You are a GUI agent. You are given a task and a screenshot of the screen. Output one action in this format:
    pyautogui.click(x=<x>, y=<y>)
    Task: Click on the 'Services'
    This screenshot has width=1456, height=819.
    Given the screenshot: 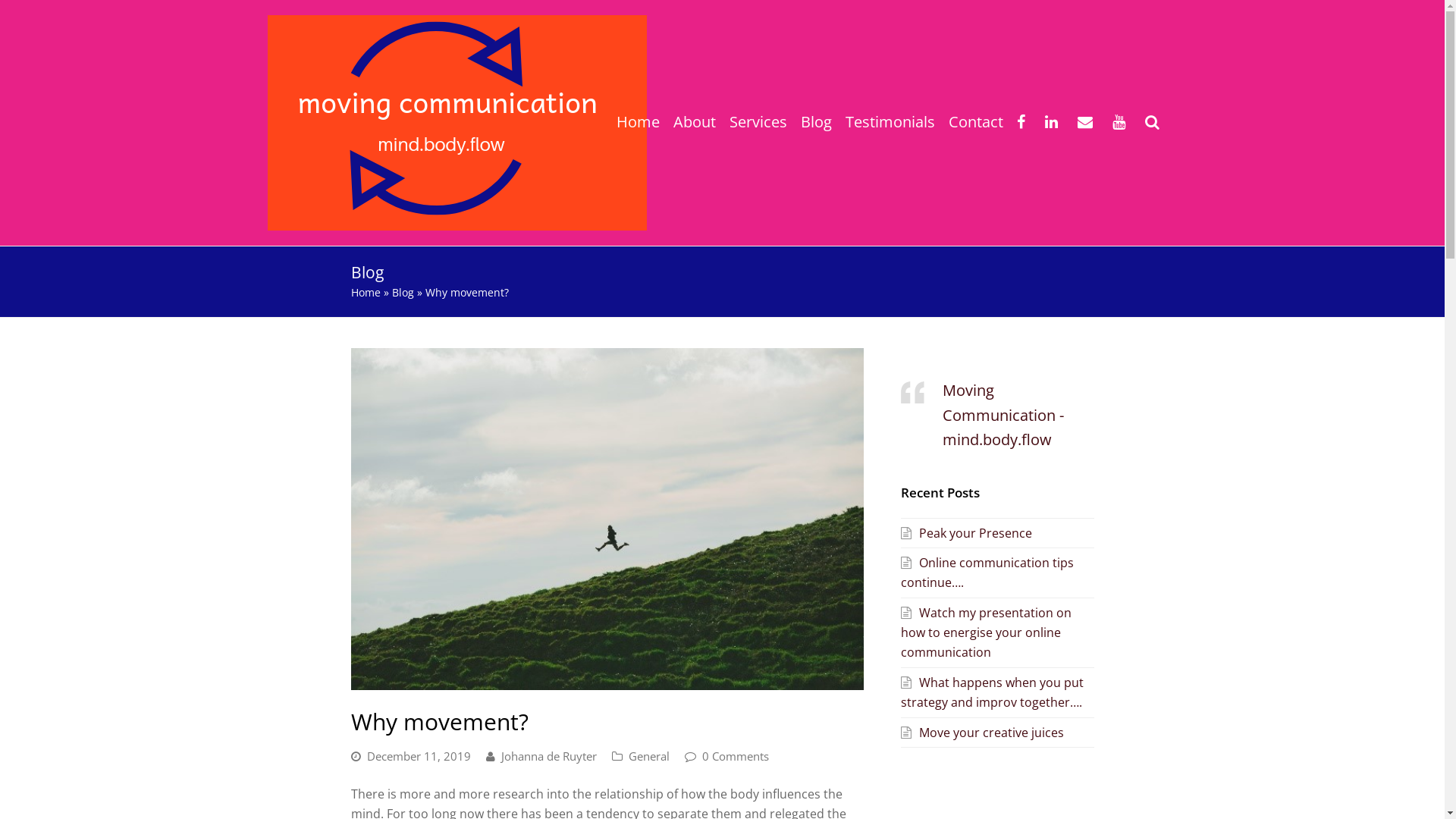 What is the action you would take?
    pyautogui.click(x=720, y=122)
    